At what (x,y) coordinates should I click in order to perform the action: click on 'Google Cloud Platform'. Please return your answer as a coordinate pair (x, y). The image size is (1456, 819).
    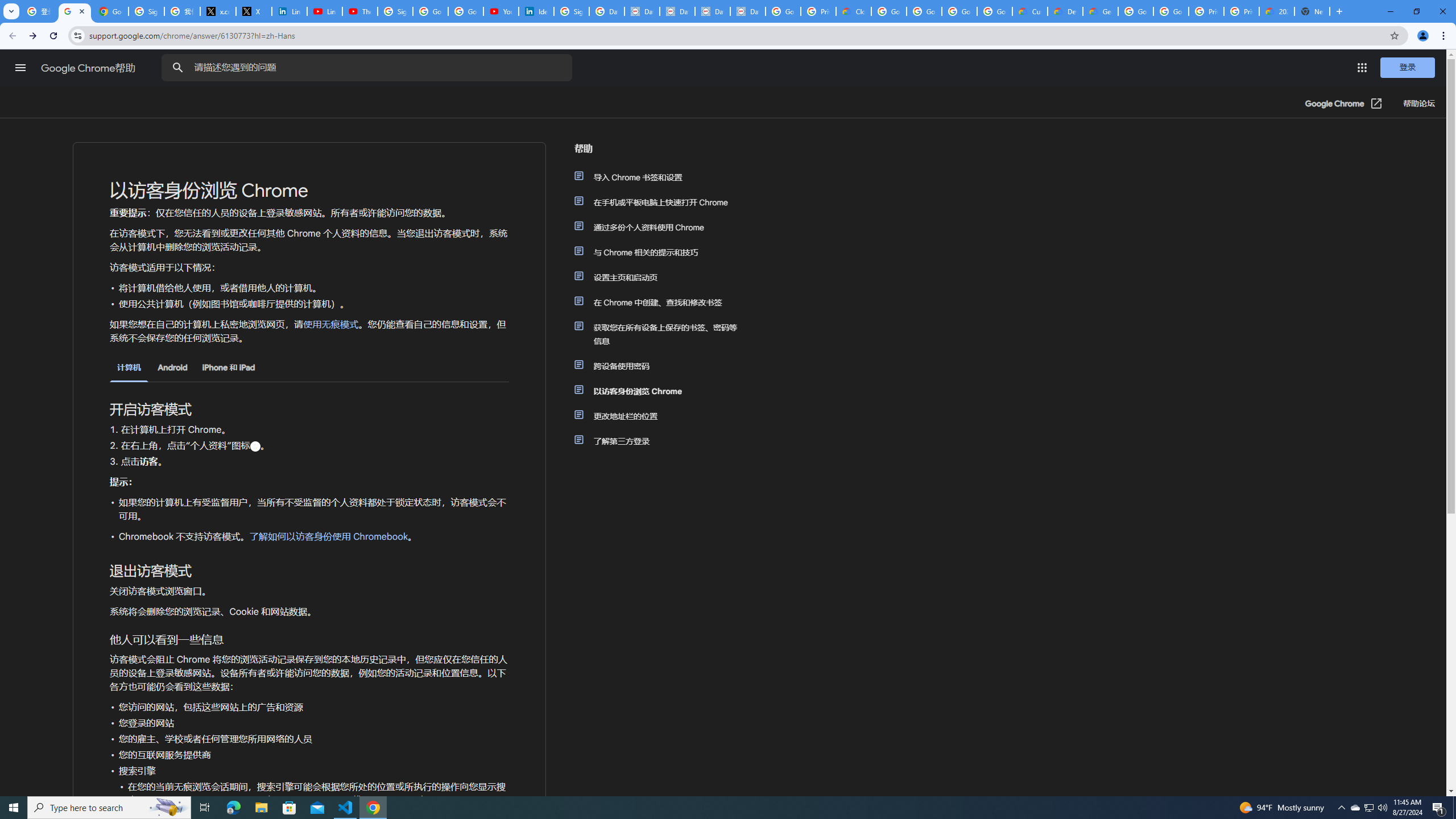
    Looking at the image, I should click on (1135, 11).